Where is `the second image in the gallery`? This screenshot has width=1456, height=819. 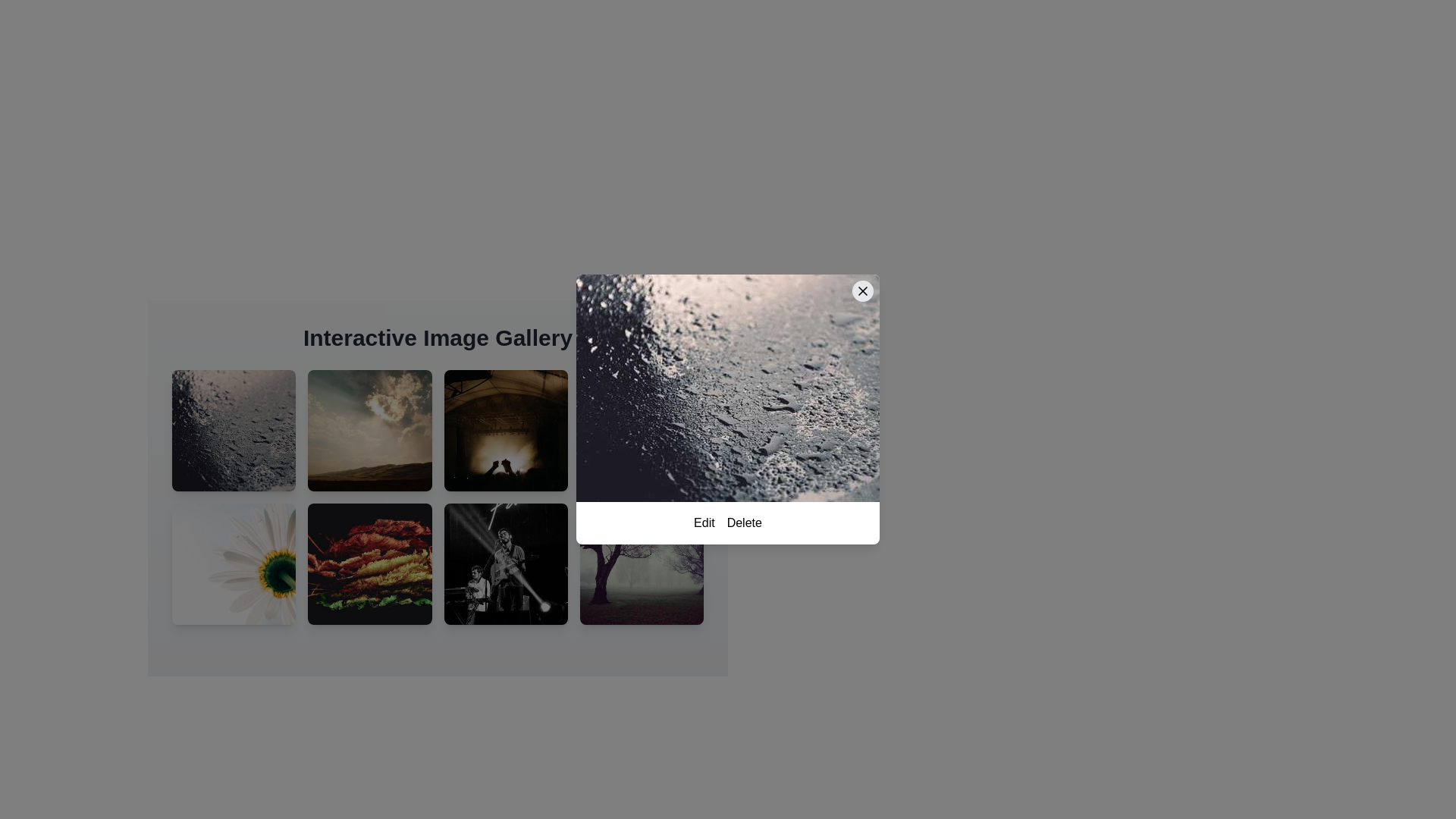 the second image in the gallery is located at coordinates (369, 430).